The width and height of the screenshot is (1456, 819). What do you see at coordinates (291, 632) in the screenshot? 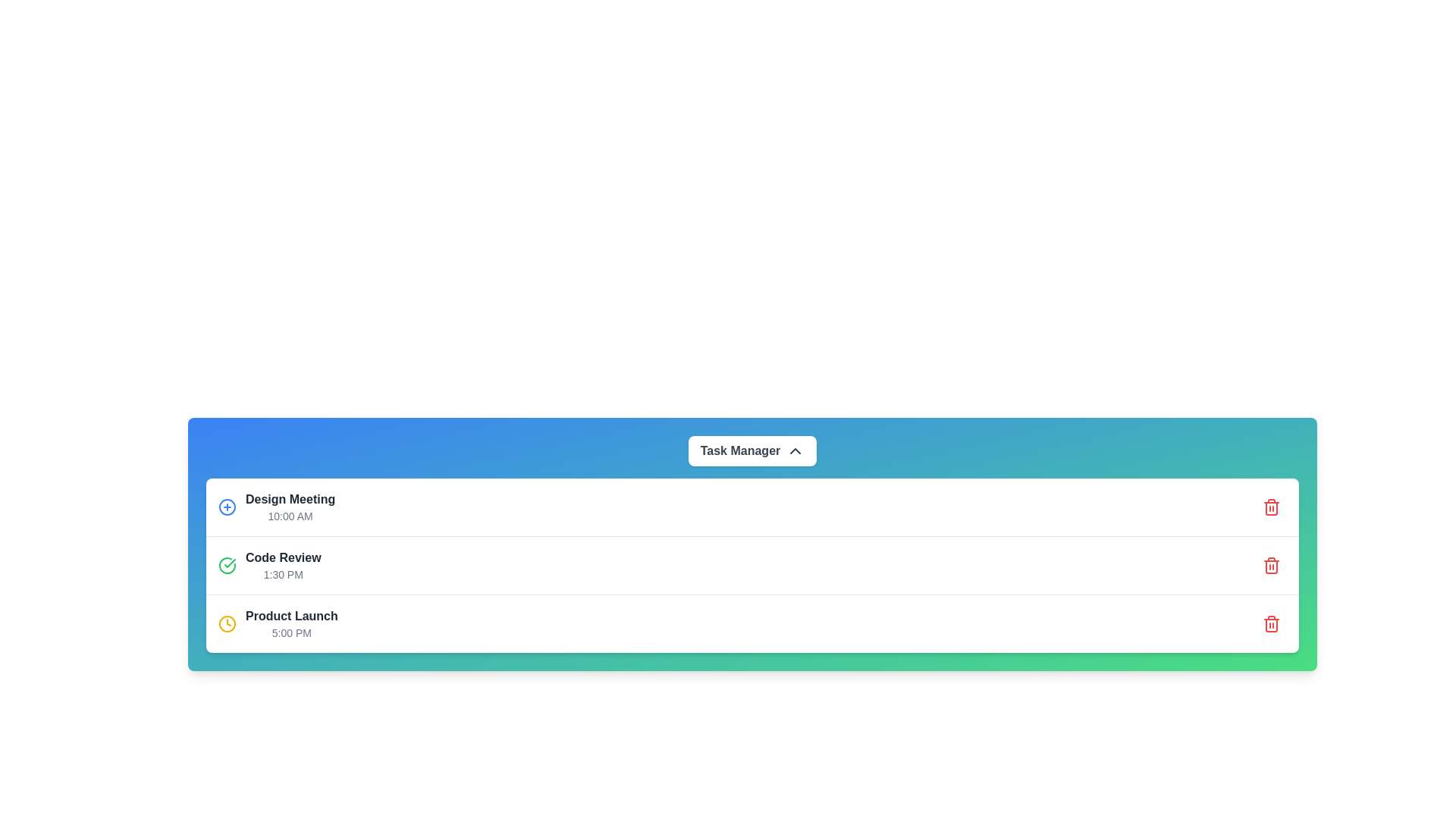
I see `the text element displaying '5:00 PM', which is styled in gray and positioned below the label 'Product Launch'` at bounding box center [291, 632].